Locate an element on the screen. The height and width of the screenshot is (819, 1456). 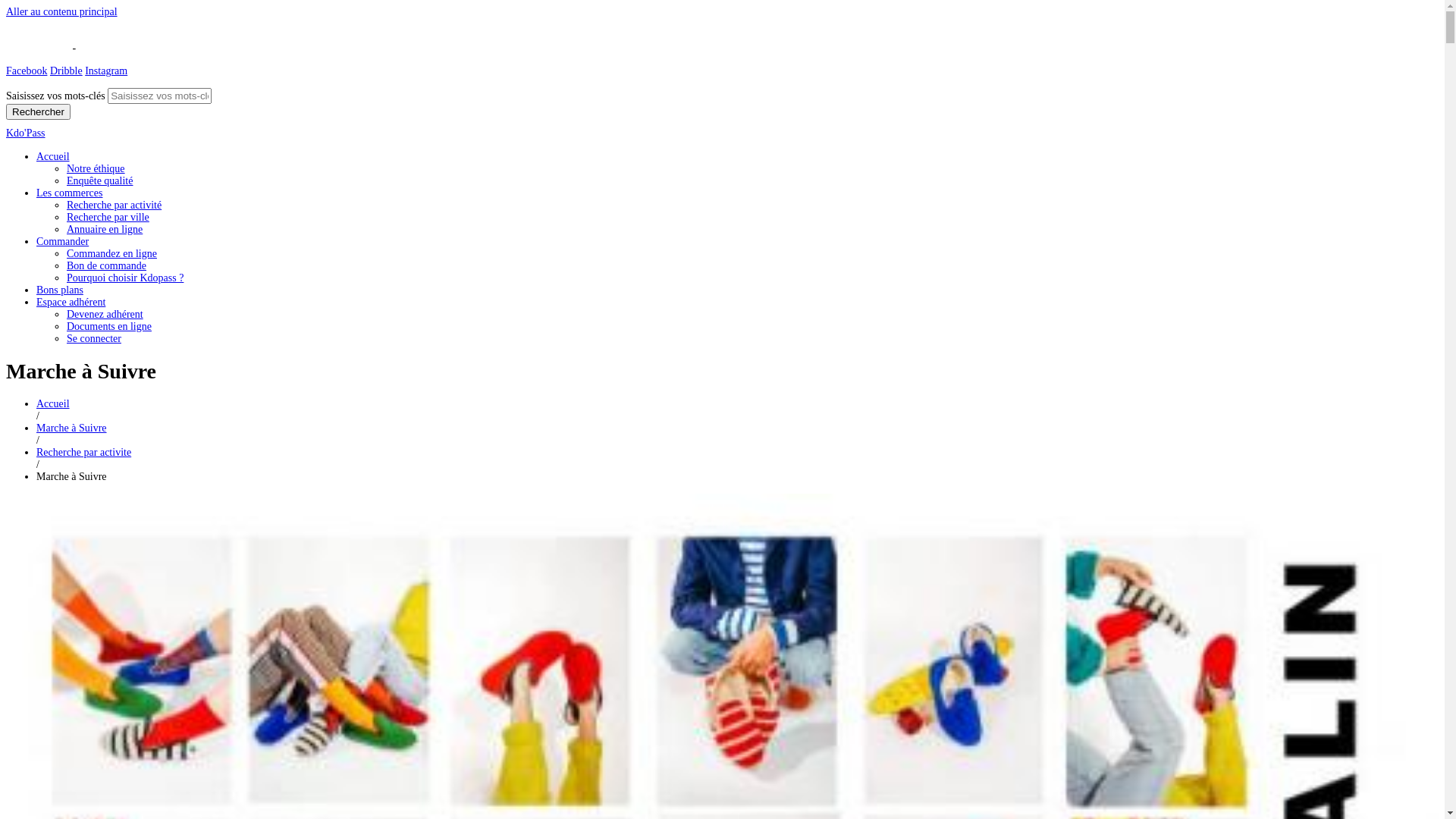
'Bon de commande' is located at coordinates (65, 265).